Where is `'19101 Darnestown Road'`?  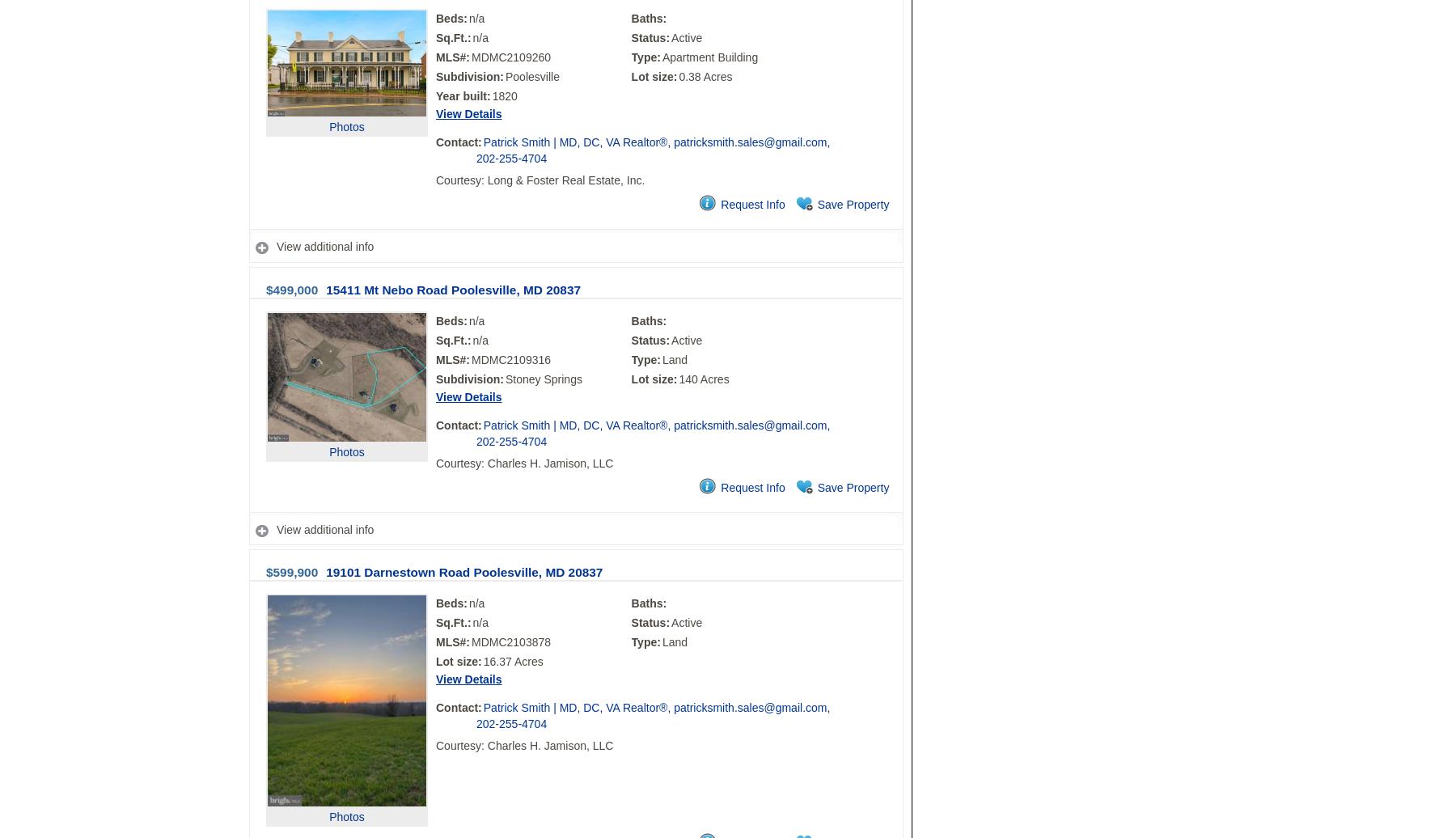 '19101 Darnestown Road' is located at coordinates (398, 571).